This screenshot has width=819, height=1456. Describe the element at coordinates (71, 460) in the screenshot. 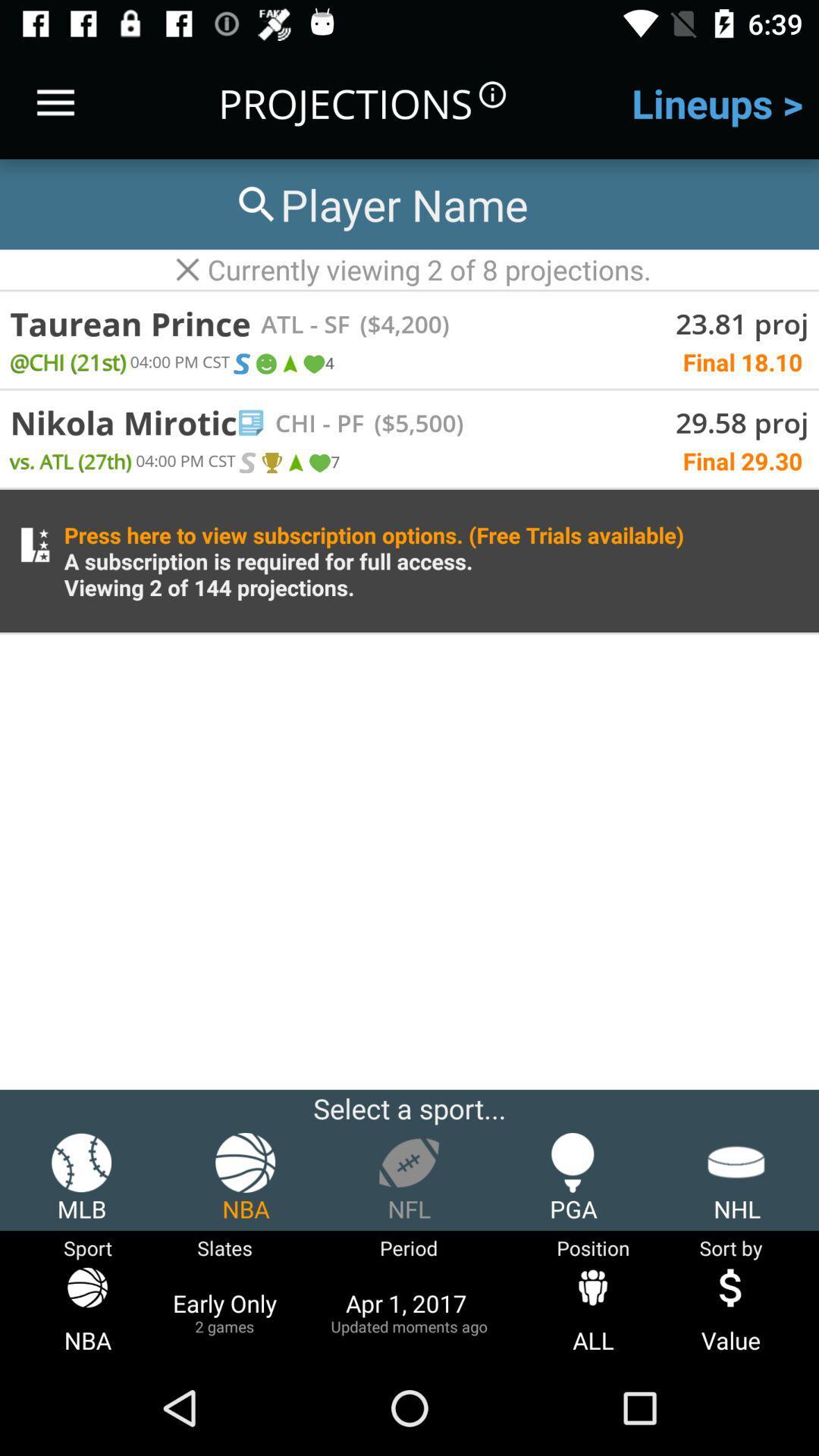

I see `the item below nikola mirotic icon` at that location.